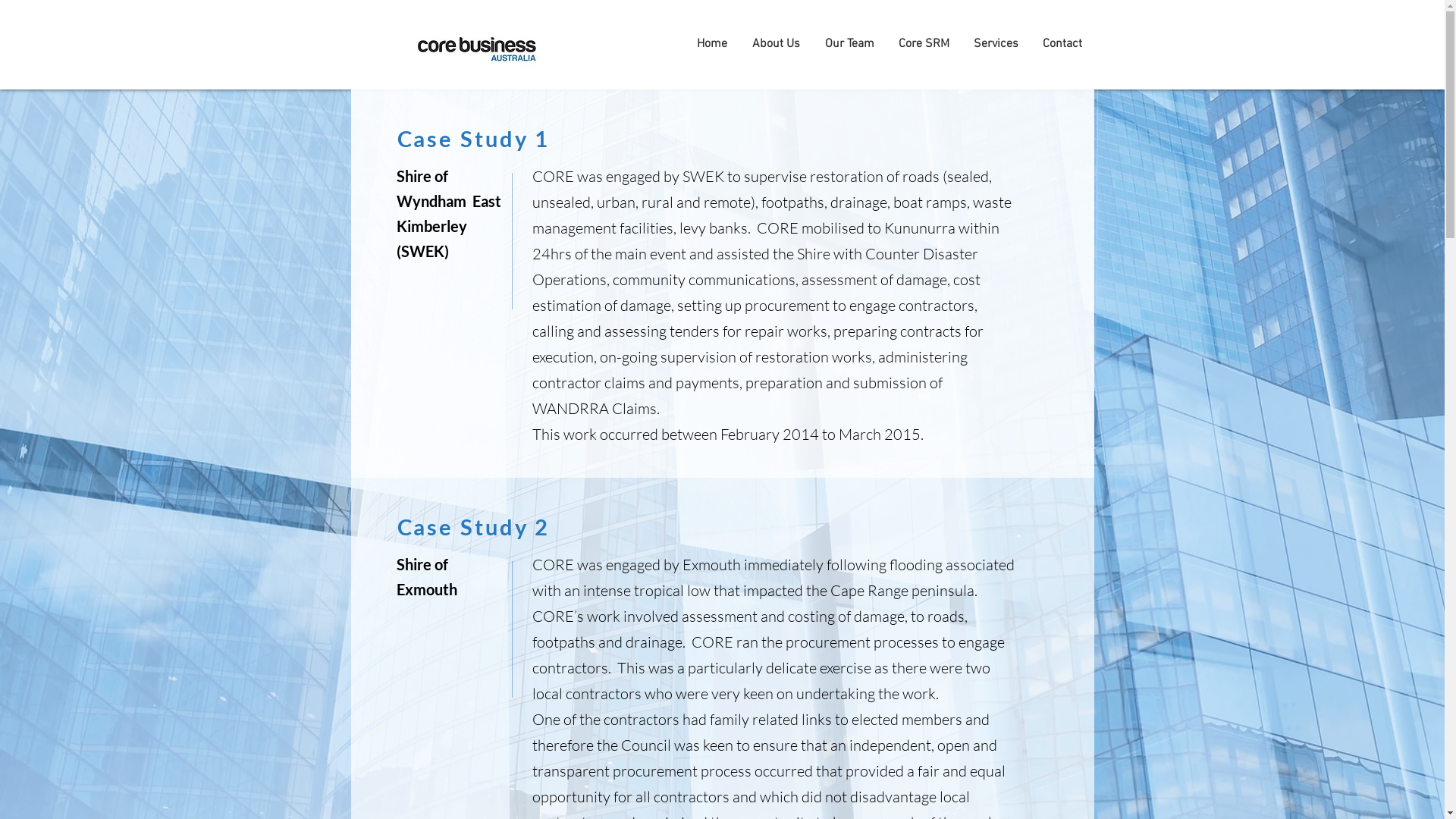 The height and width of the screenshot is (819, 1456). I want to click on 'Services', so click(960, 43).